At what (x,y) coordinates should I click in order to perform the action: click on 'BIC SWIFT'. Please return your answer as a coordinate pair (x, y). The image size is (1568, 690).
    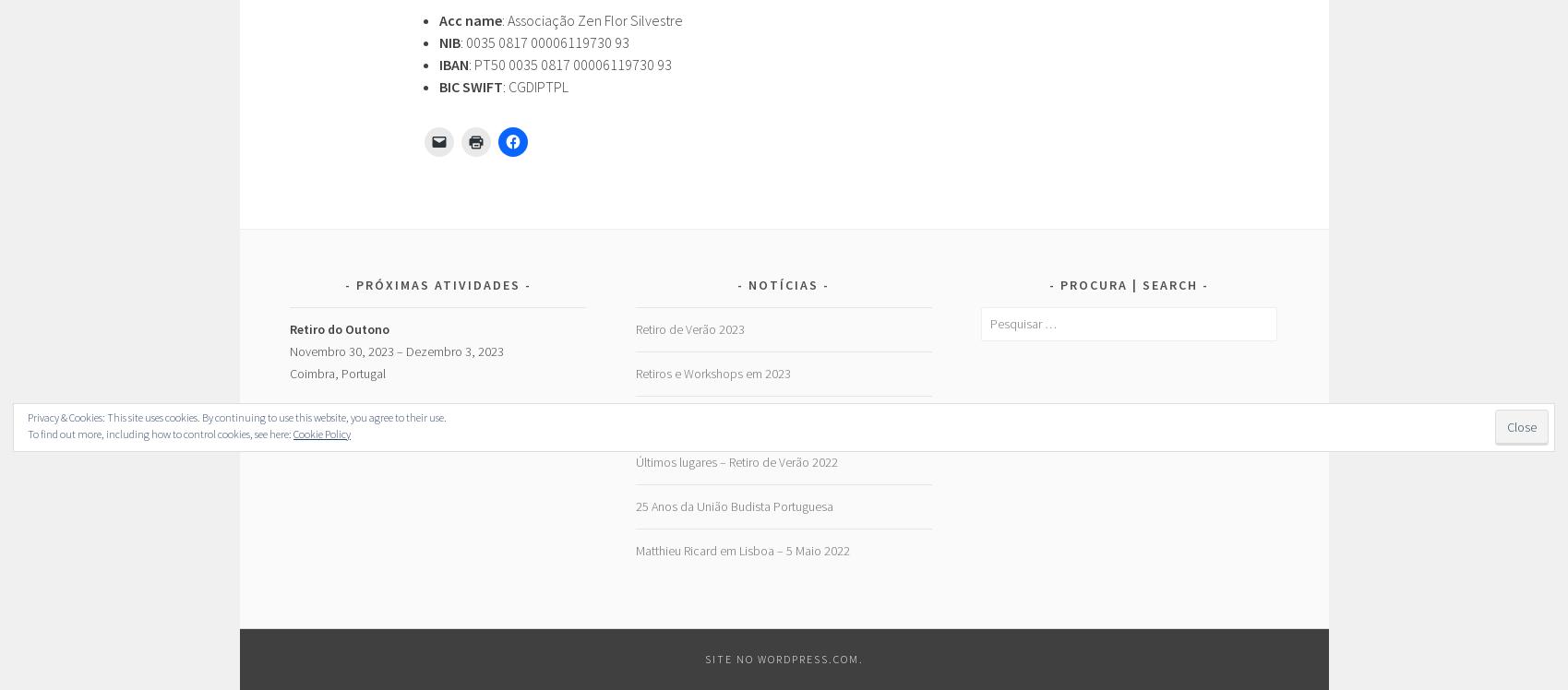
    Looking at the image, I should click on (469, 84).